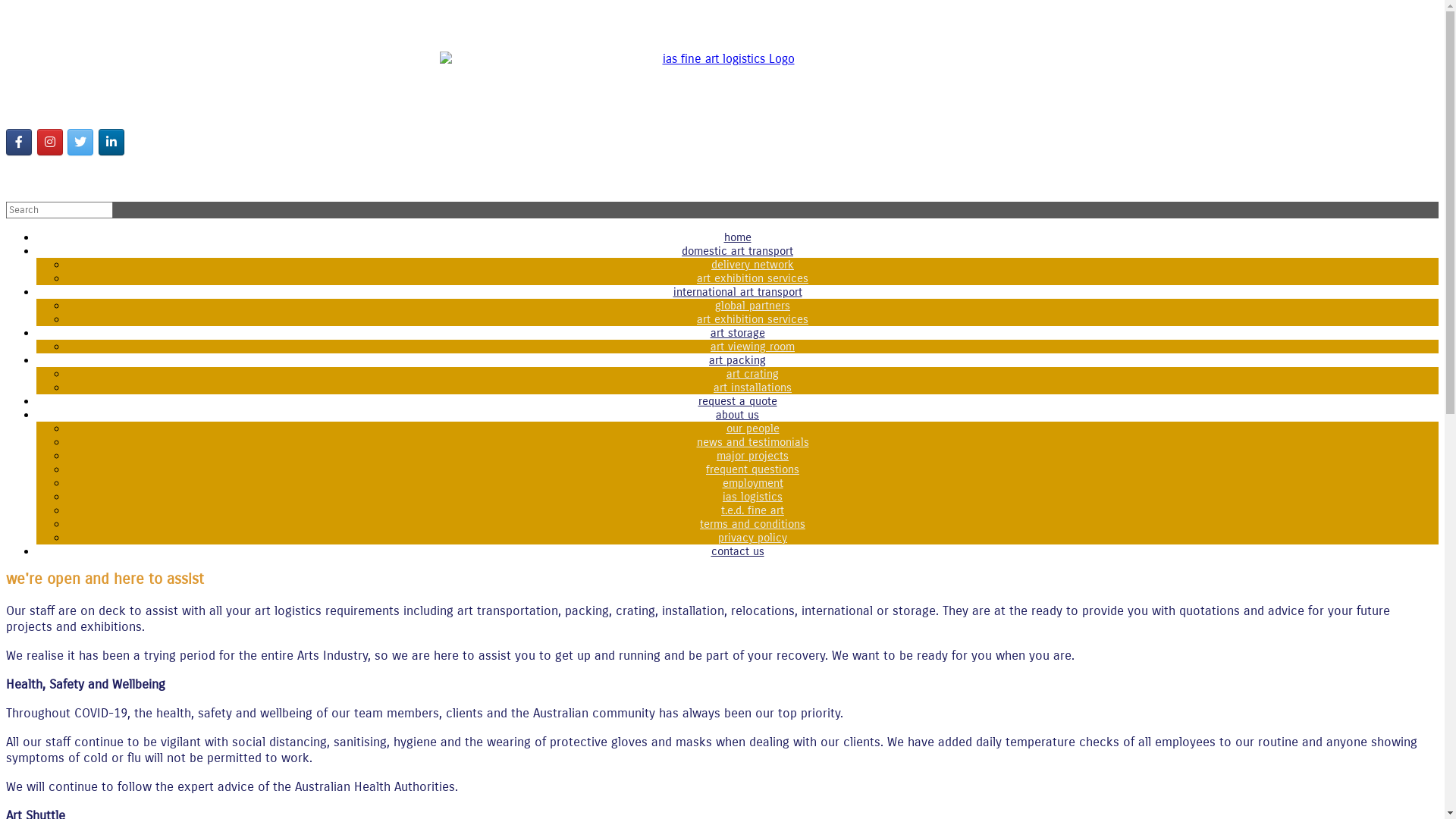  Describe the element at coordinates (752, 441) in the screenshot. I see `'news and testimonials'` at that location.